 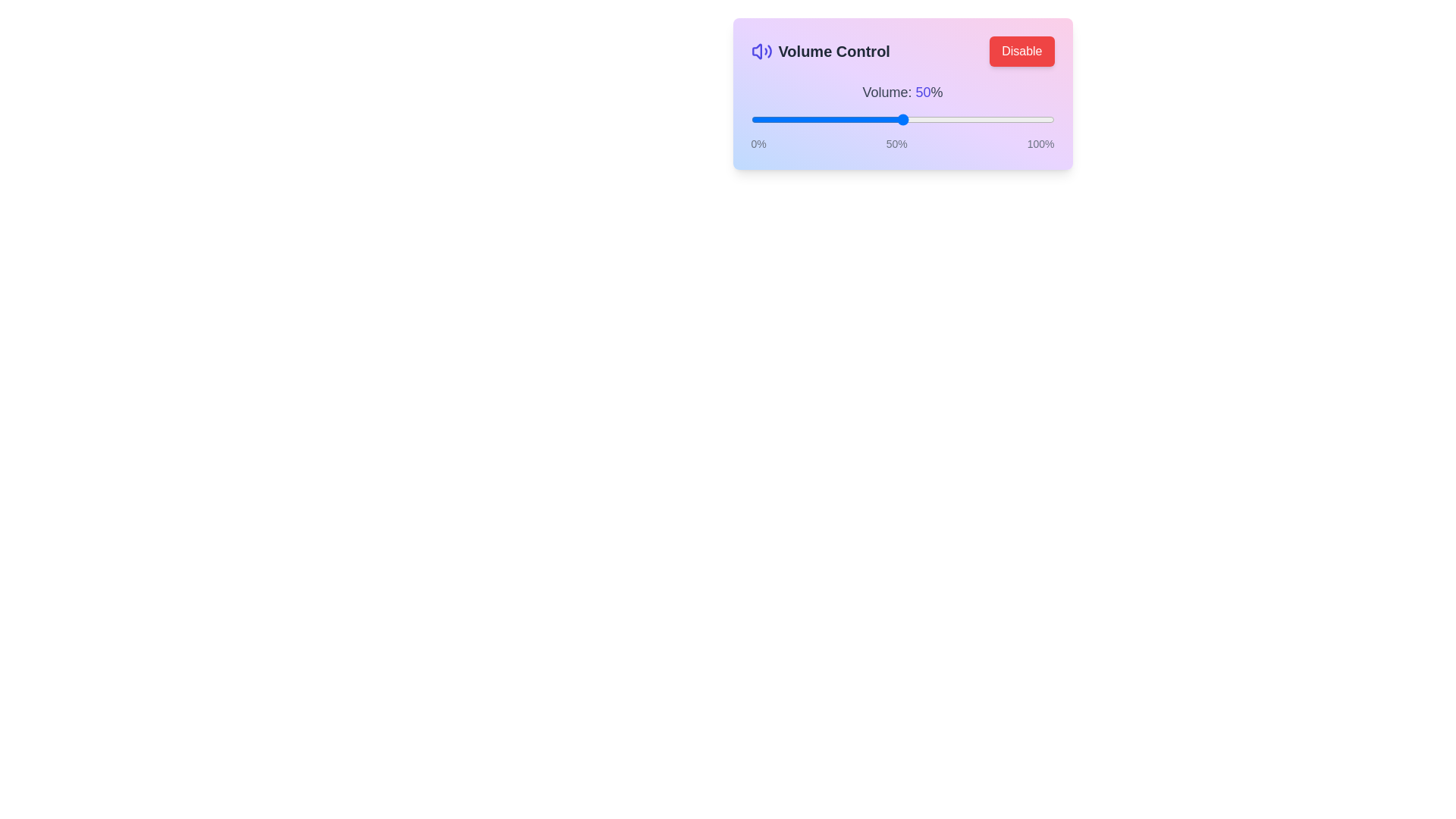 What do you see at coordinates (761, 51) in the screenshot?
I see `the volume control icon` at bounding box center [761, 51].